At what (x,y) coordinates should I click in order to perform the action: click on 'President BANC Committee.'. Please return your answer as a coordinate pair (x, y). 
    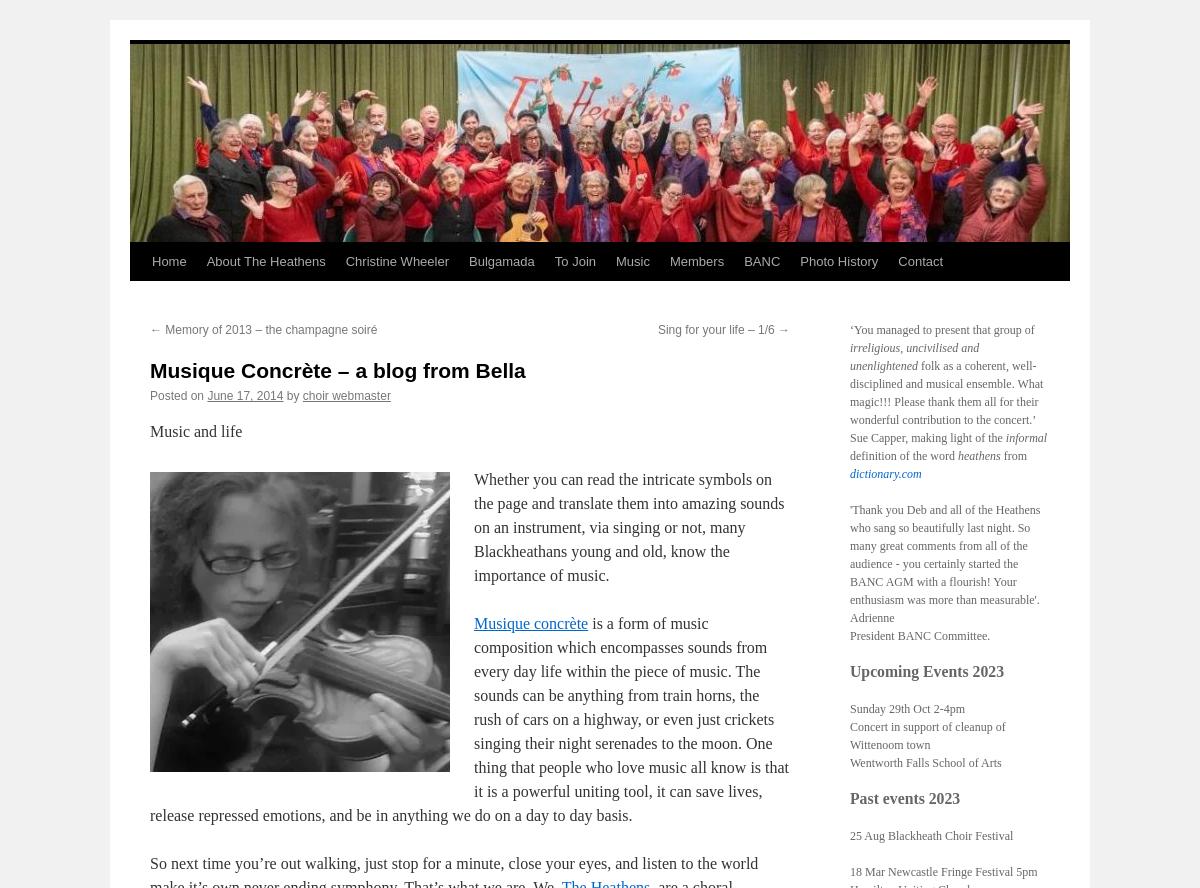
    Looking at the image, I should click on (920, 634).